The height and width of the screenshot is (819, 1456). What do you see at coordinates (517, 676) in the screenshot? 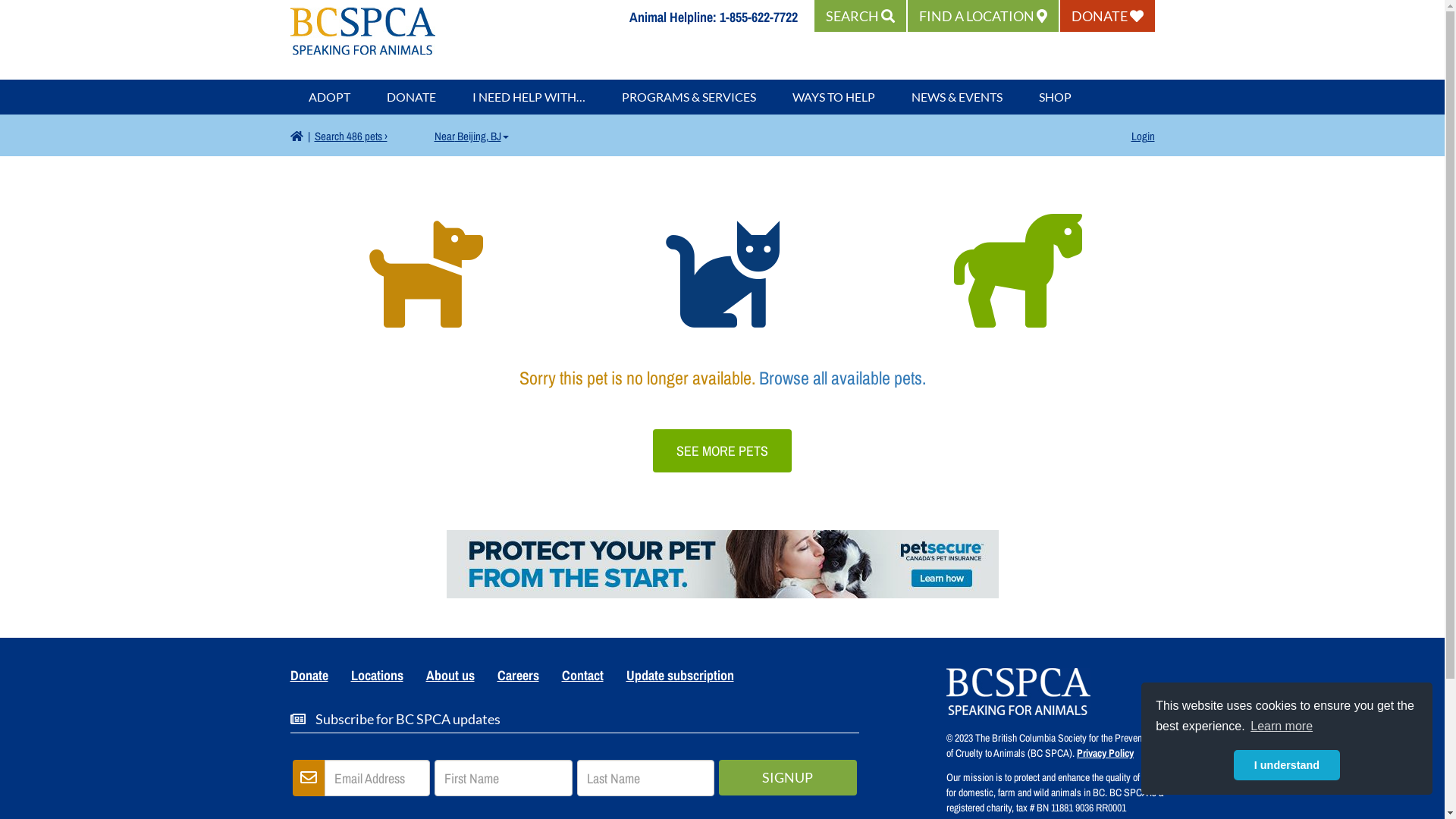
I see `'Careers'` at bounding box center [517, 676].